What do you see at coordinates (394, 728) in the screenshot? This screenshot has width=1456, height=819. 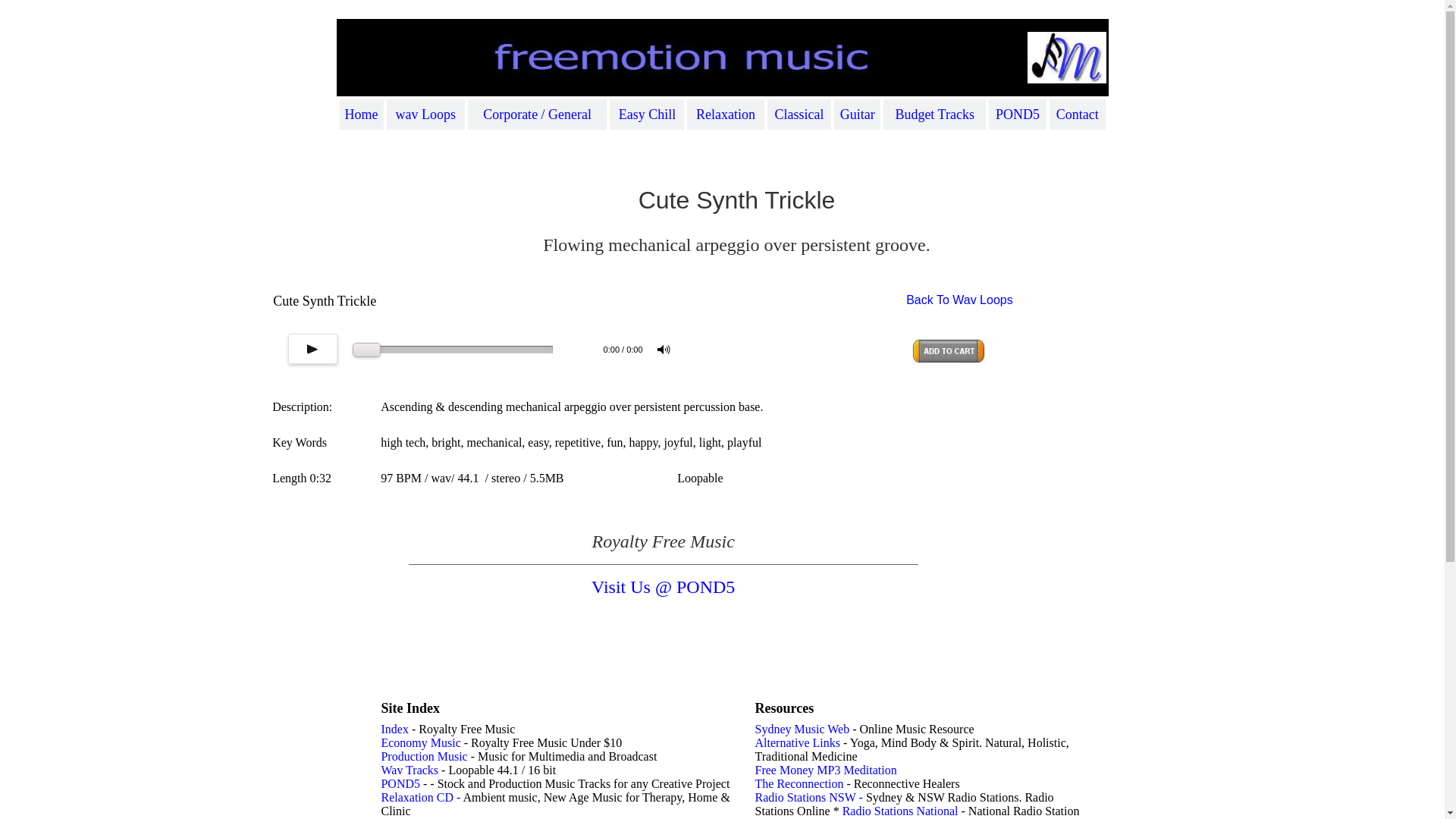 I see `'Index'` at bounding box center [394, 728].